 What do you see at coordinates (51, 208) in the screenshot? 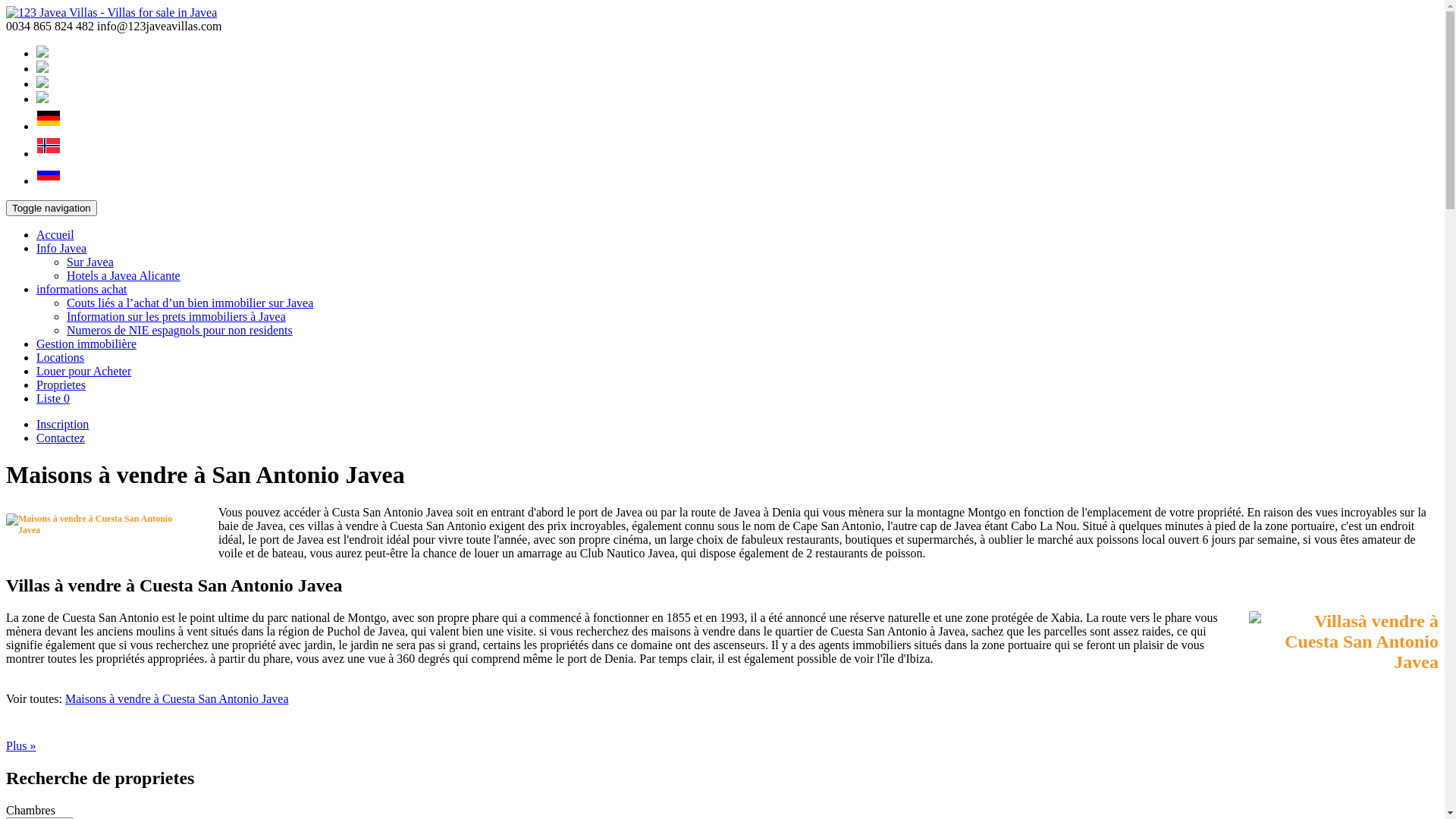
I see `'Toggle navigation'` at bounding box center [51, 208].